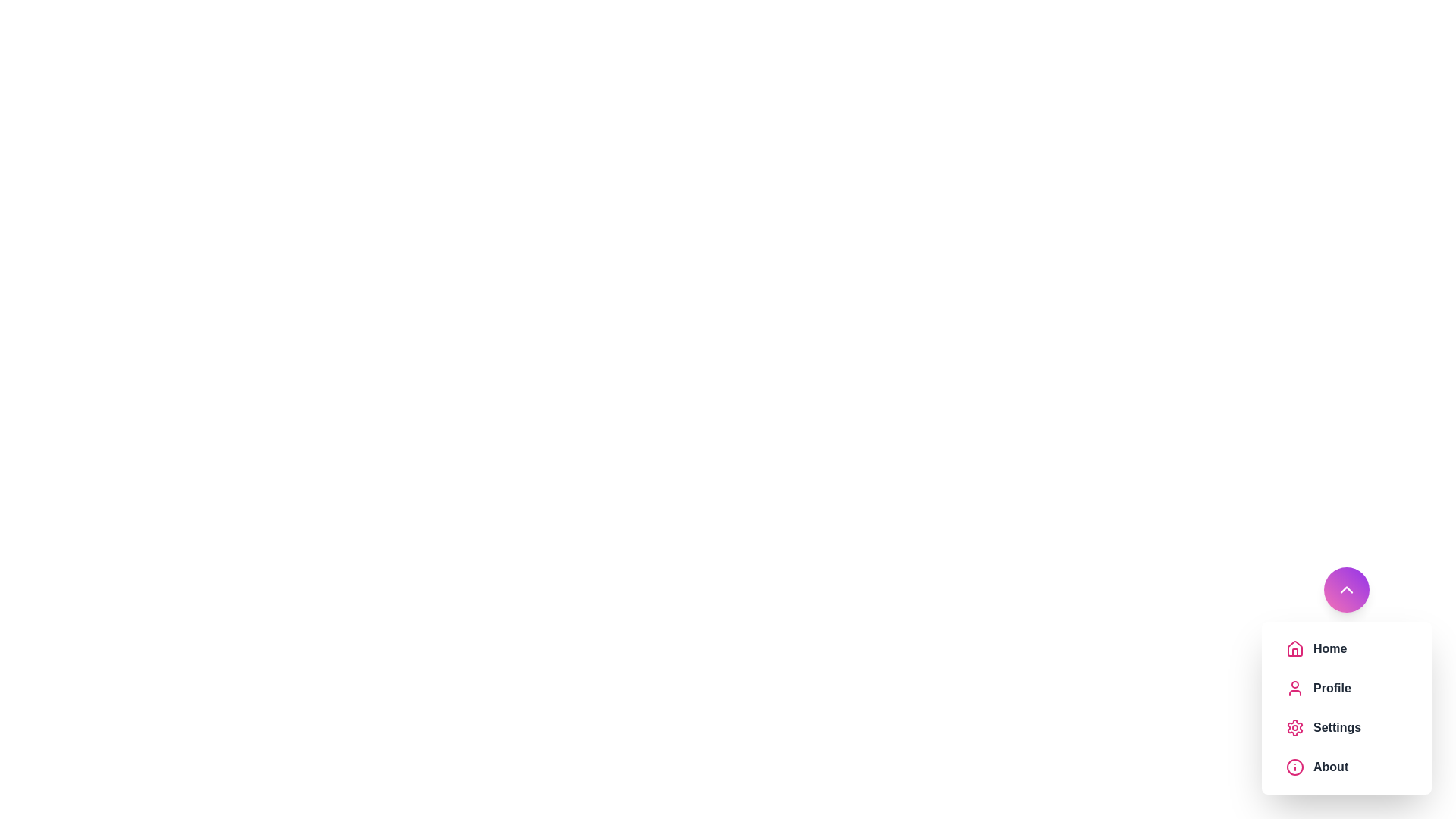 The width and height of the screenshot is (1456, 819). I want to click on the menu item labeled 'About' to observe the visual feedback, so click(1347, 767).